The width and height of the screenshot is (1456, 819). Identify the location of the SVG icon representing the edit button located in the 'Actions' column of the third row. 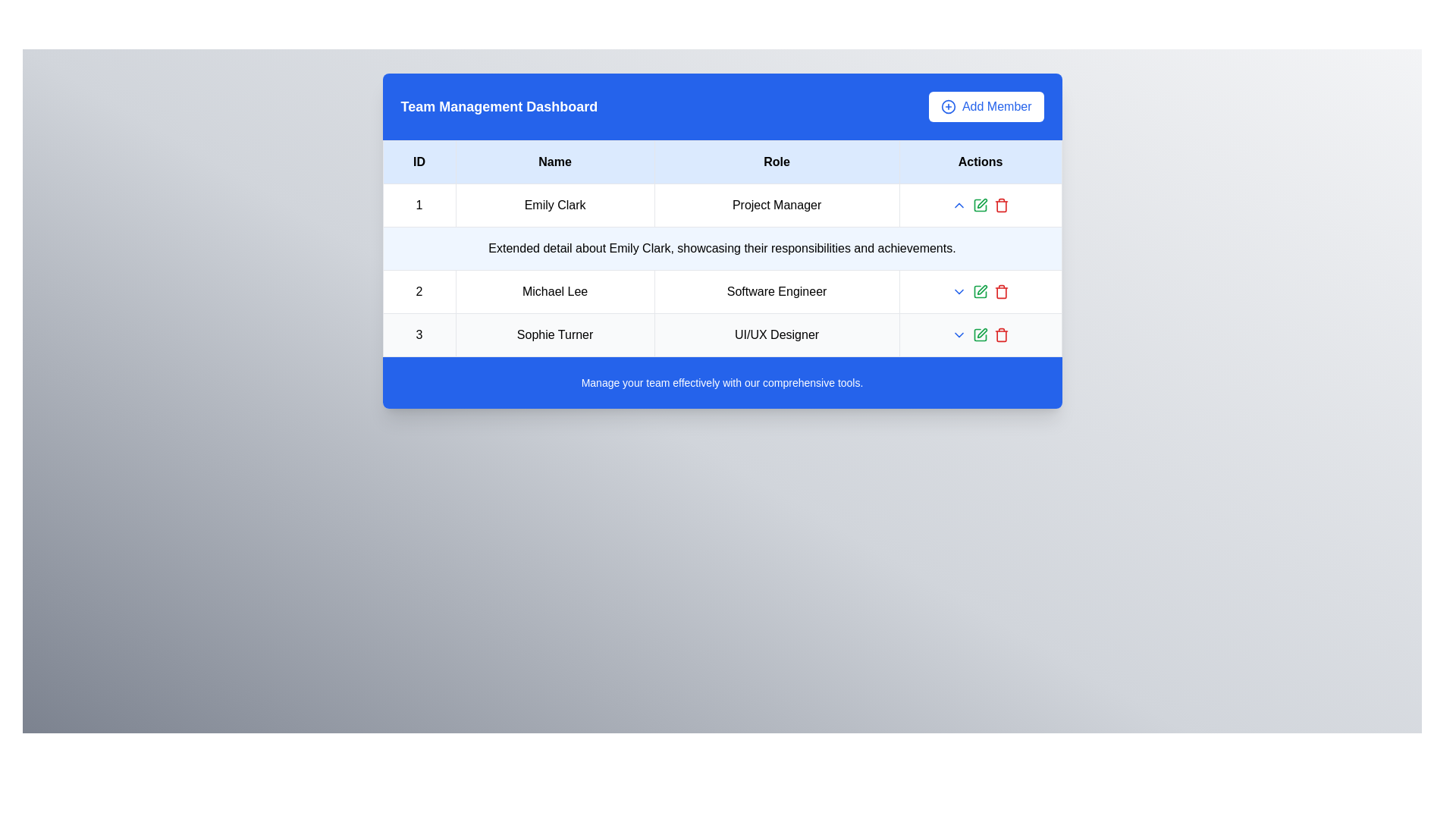
(981, 292).